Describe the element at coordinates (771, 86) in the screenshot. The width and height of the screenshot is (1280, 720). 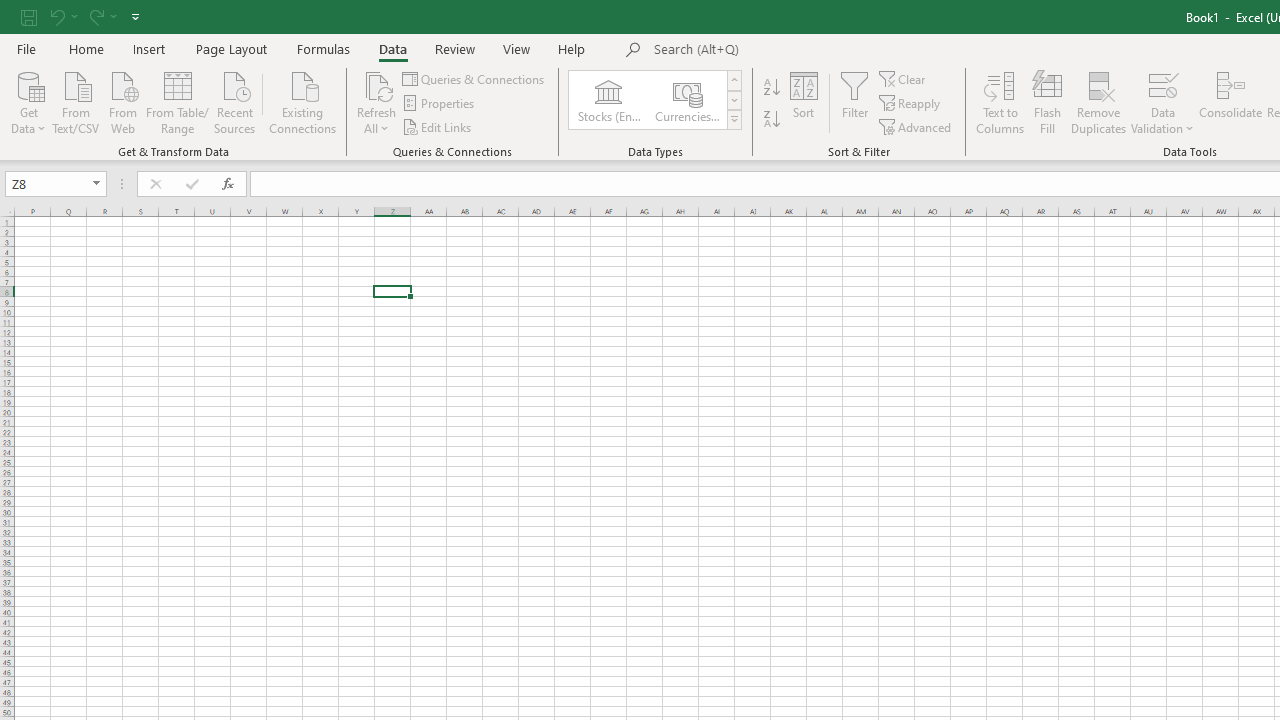
I see `'Sort A to Z'` at that location.